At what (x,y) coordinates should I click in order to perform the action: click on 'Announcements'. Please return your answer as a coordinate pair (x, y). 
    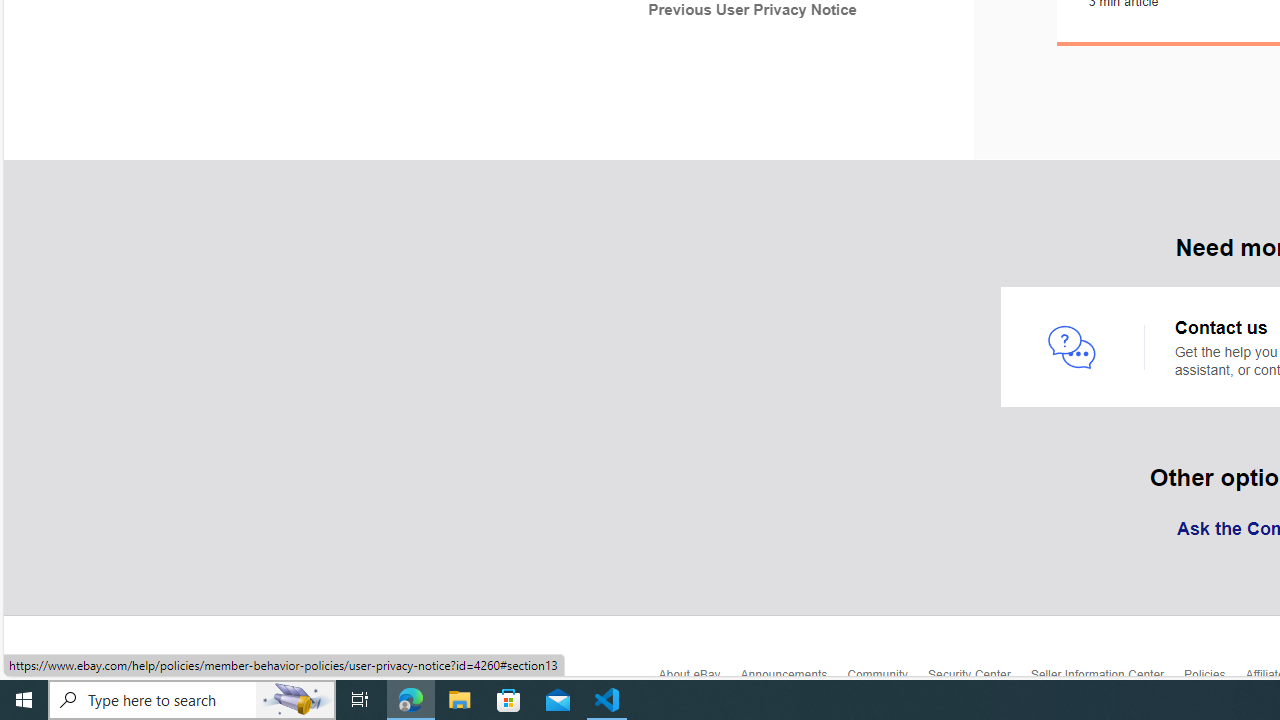
    Looking at the image, I should click on (792, 678).